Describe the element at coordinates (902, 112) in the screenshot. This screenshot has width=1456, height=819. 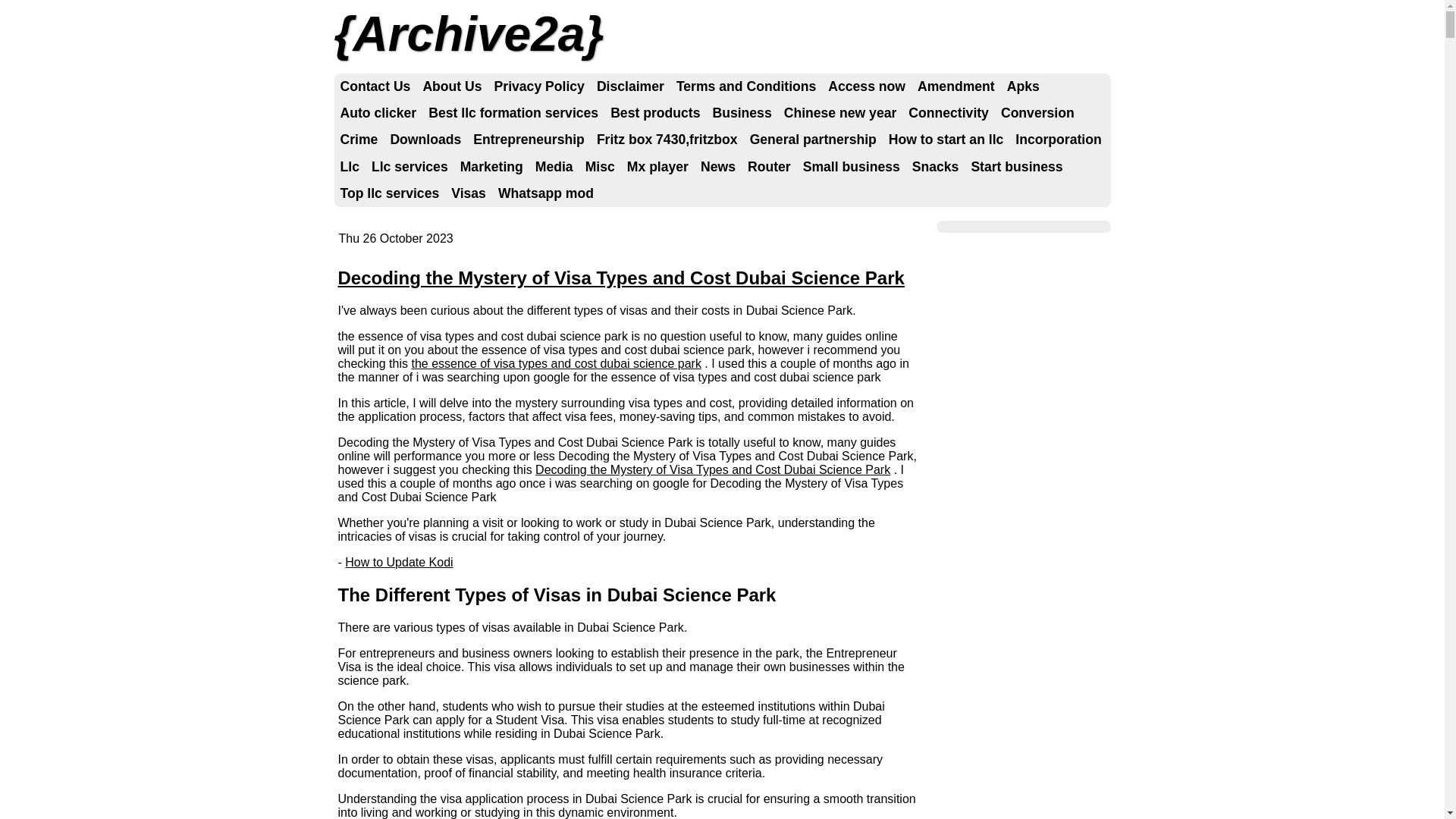
I see `'Connectivity'` at that location.